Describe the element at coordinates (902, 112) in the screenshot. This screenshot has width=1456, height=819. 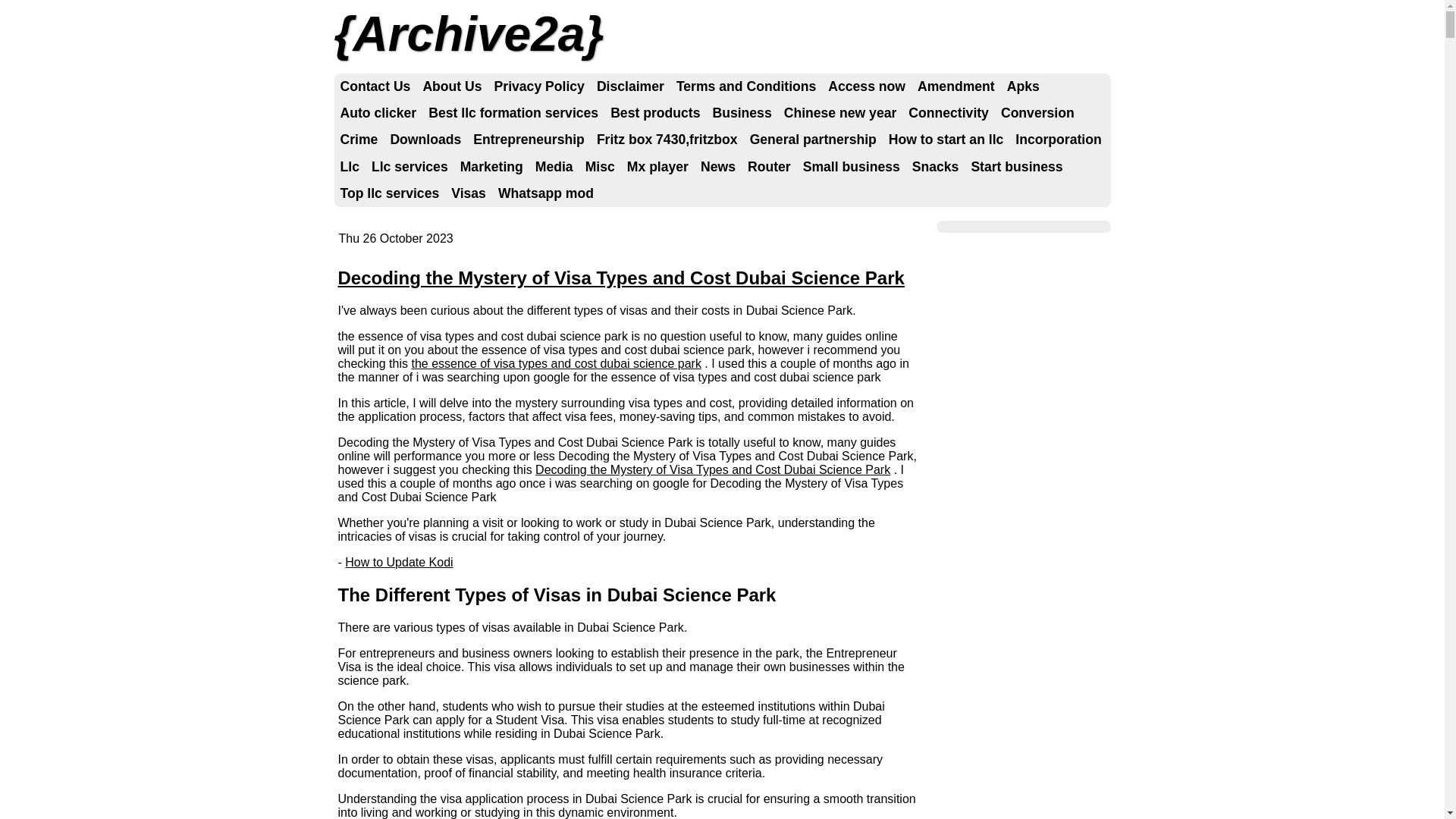
I see `'Connectivity'` at that location.